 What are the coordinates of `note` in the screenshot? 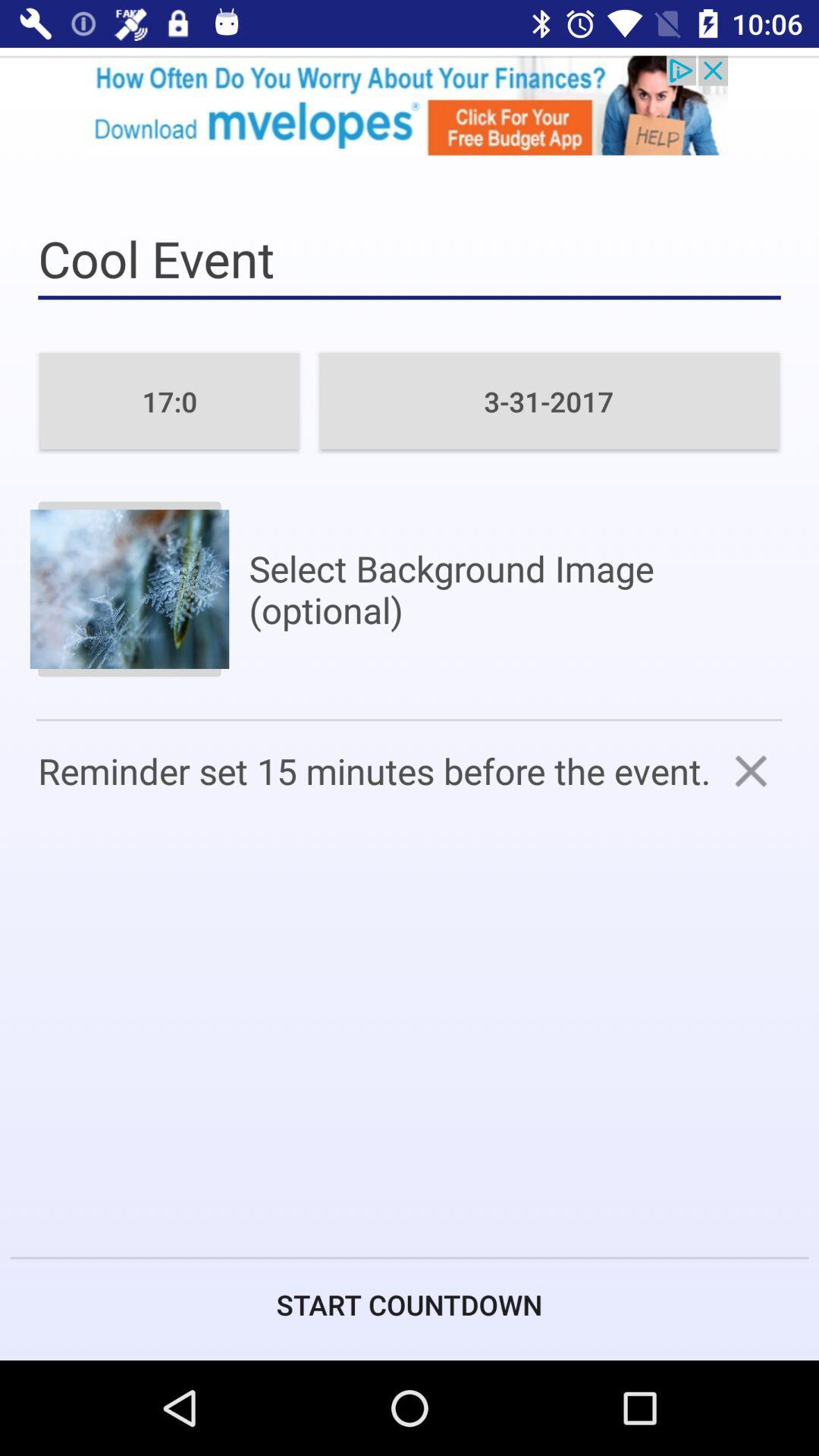 It's located at (751, 770).